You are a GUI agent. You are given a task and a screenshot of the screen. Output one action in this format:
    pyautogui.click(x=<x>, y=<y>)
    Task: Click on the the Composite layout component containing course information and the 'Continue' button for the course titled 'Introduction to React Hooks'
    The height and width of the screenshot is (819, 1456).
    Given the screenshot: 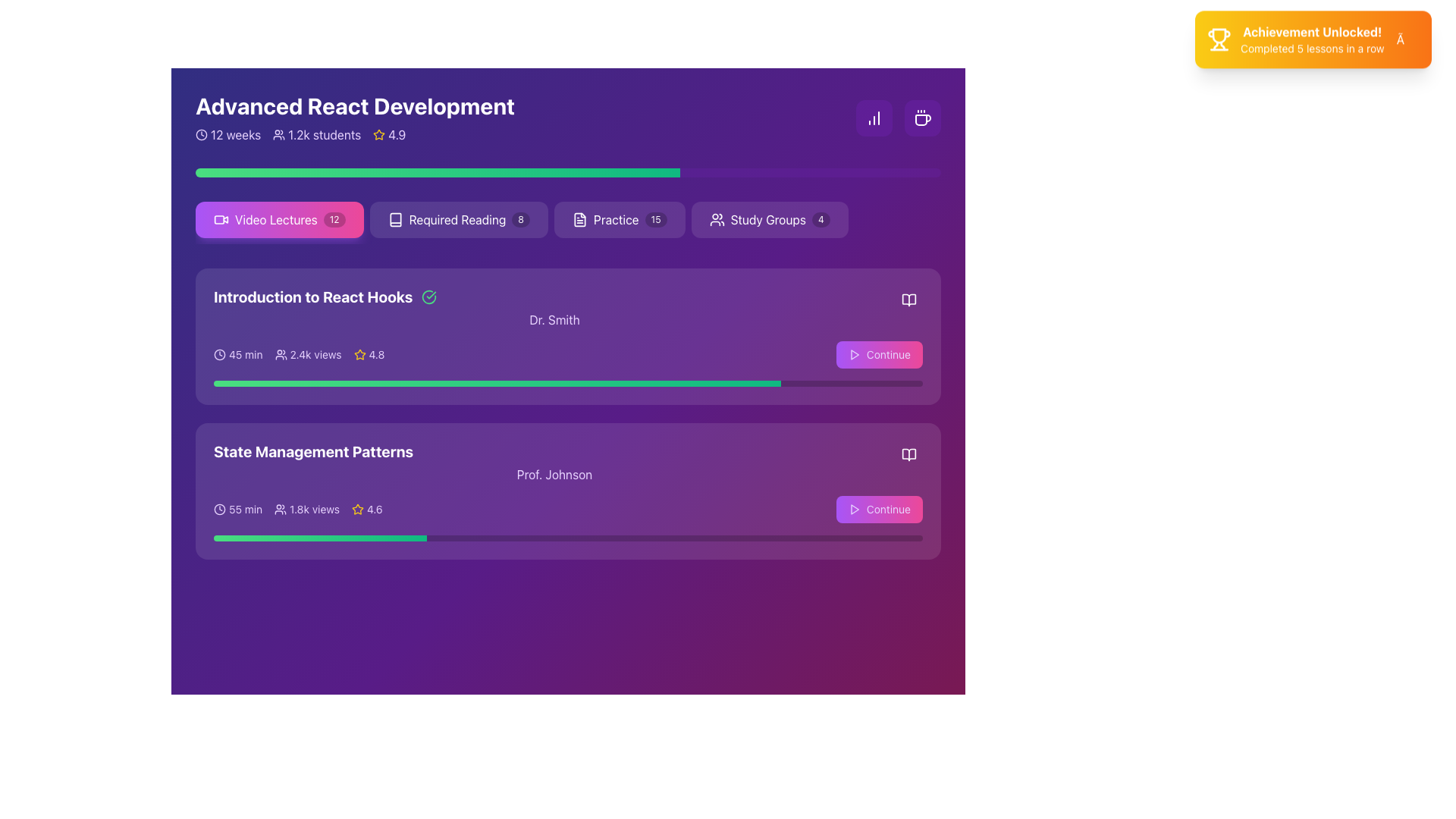 What is the action you would take?
    pyautogui.click(x=567, y=354)
    